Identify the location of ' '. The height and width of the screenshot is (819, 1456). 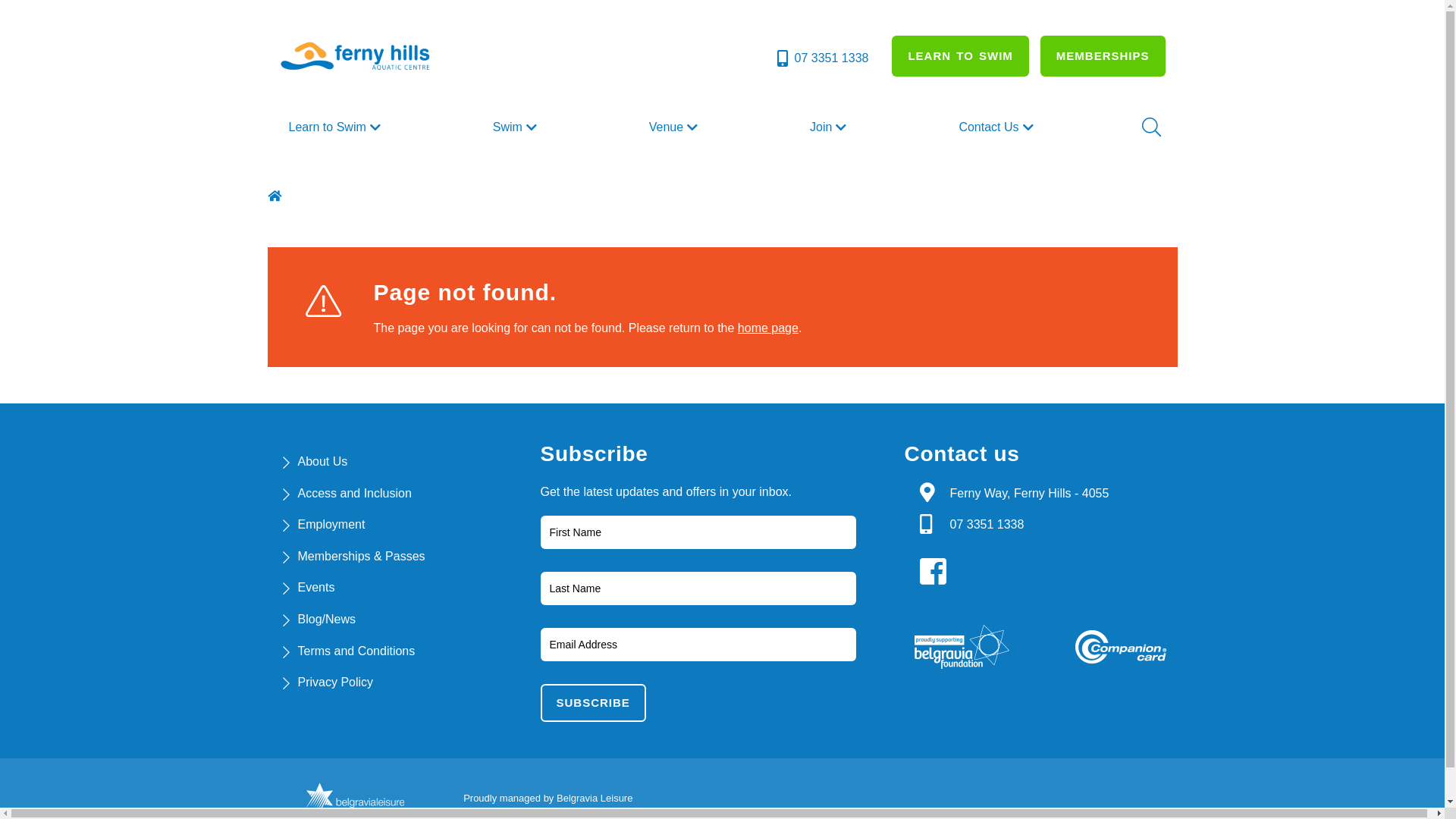
(935, 571).